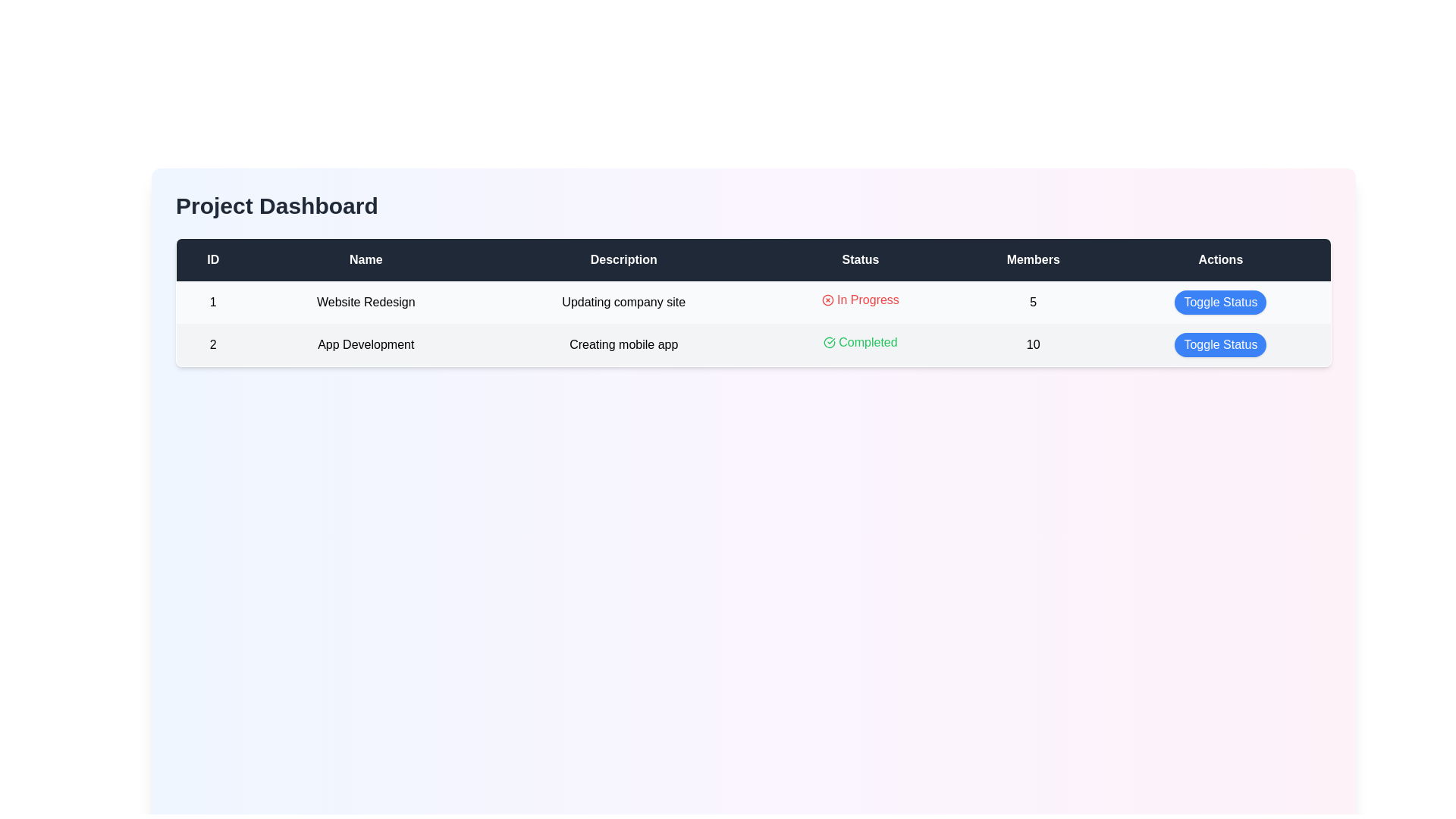 The height and width of the screenshot is (819, 1456). What do you see at coordinates (860, 259) in the screenshot?
I see `the Text Label that serves as the fourth column header in the table, indicating the status of items below, positioned between 'Description' and 'Members'` at bounding box center [860, 259].